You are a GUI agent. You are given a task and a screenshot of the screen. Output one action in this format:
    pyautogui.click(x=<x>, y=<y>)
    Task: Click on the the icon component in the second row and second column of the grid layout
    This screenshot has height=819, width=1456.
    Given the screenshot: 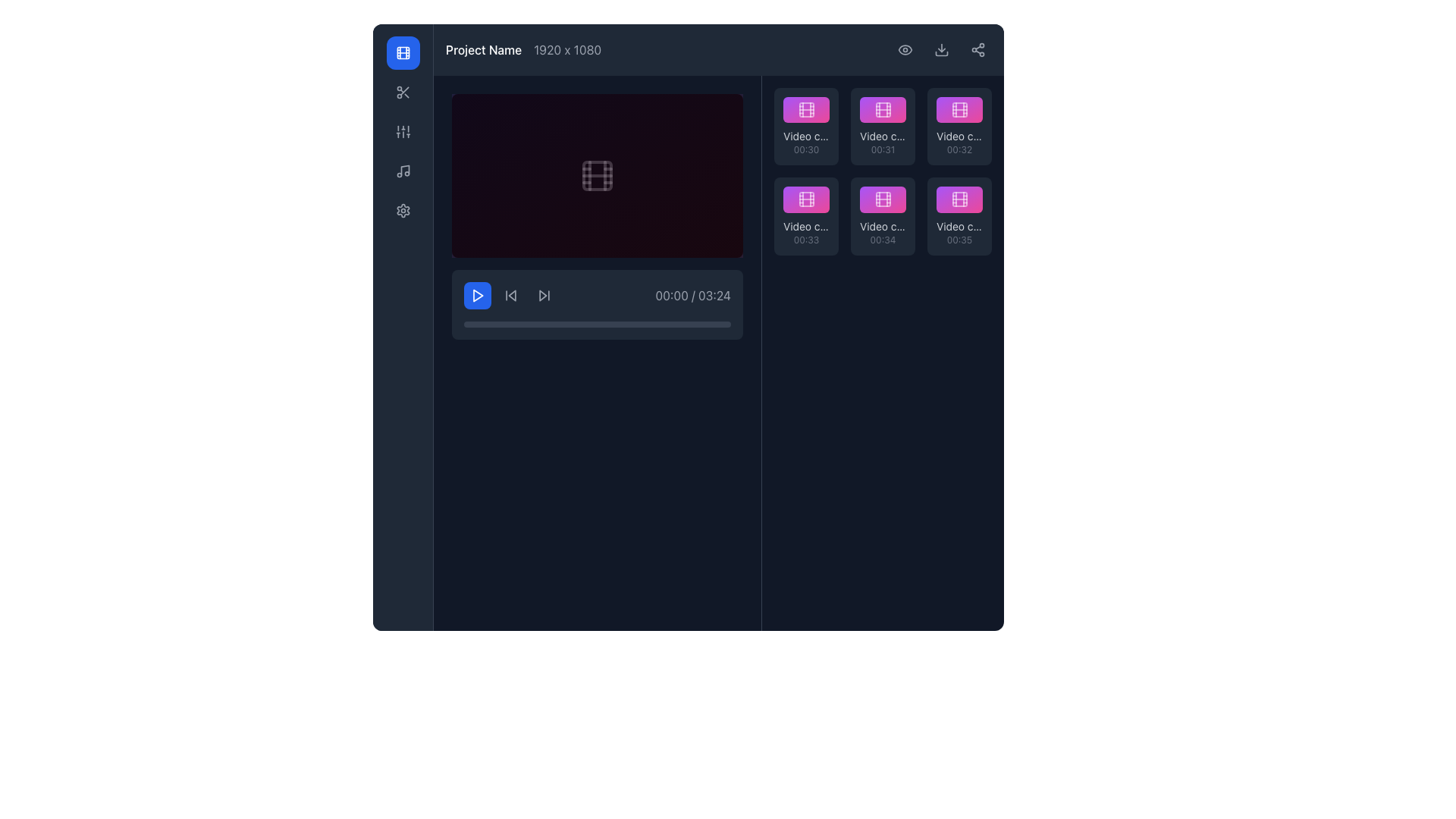 What is the action you would take?
    pyautogui.click(x=883, y=109)
    